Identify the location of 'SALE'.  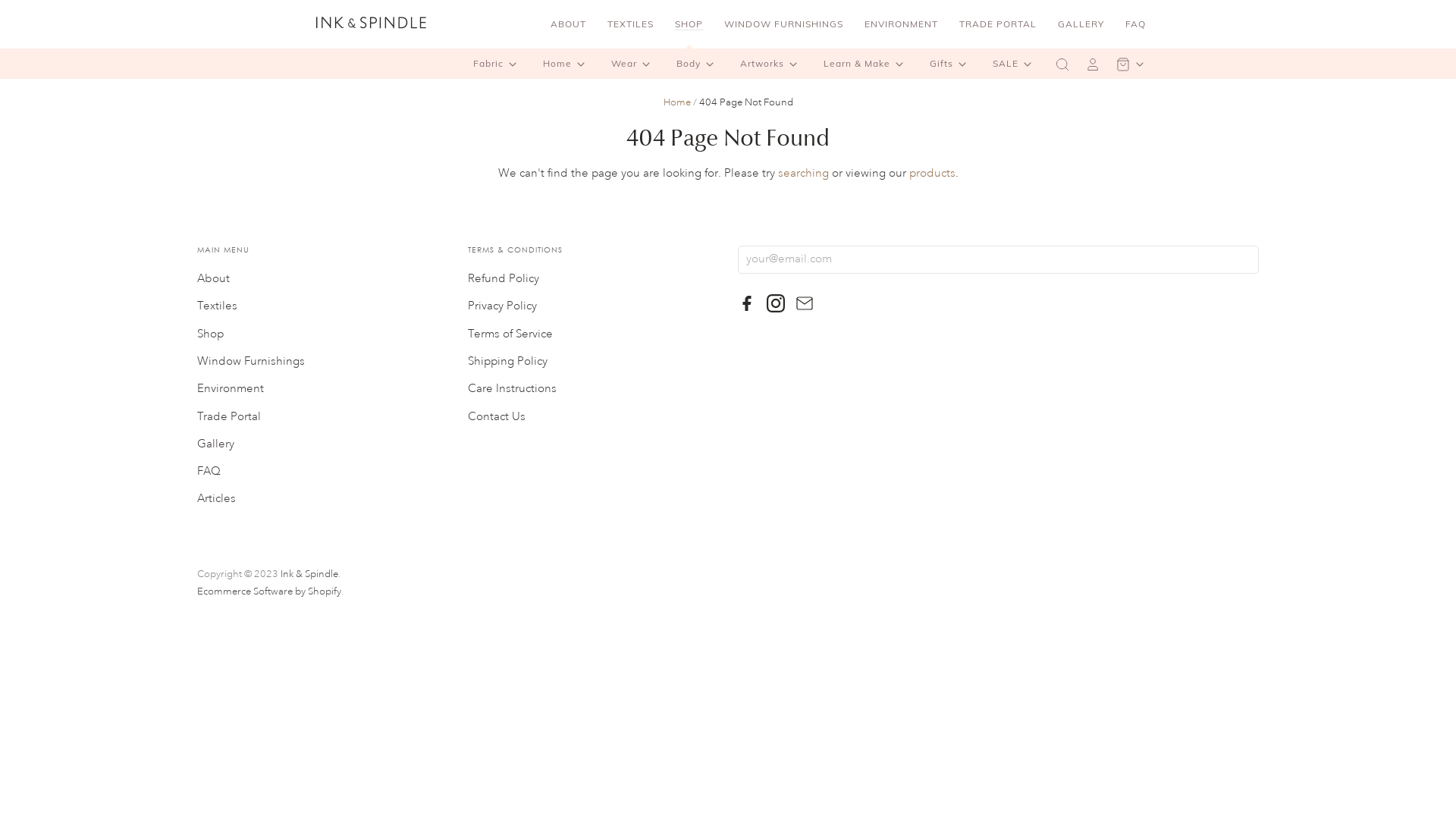
(1015, 63).